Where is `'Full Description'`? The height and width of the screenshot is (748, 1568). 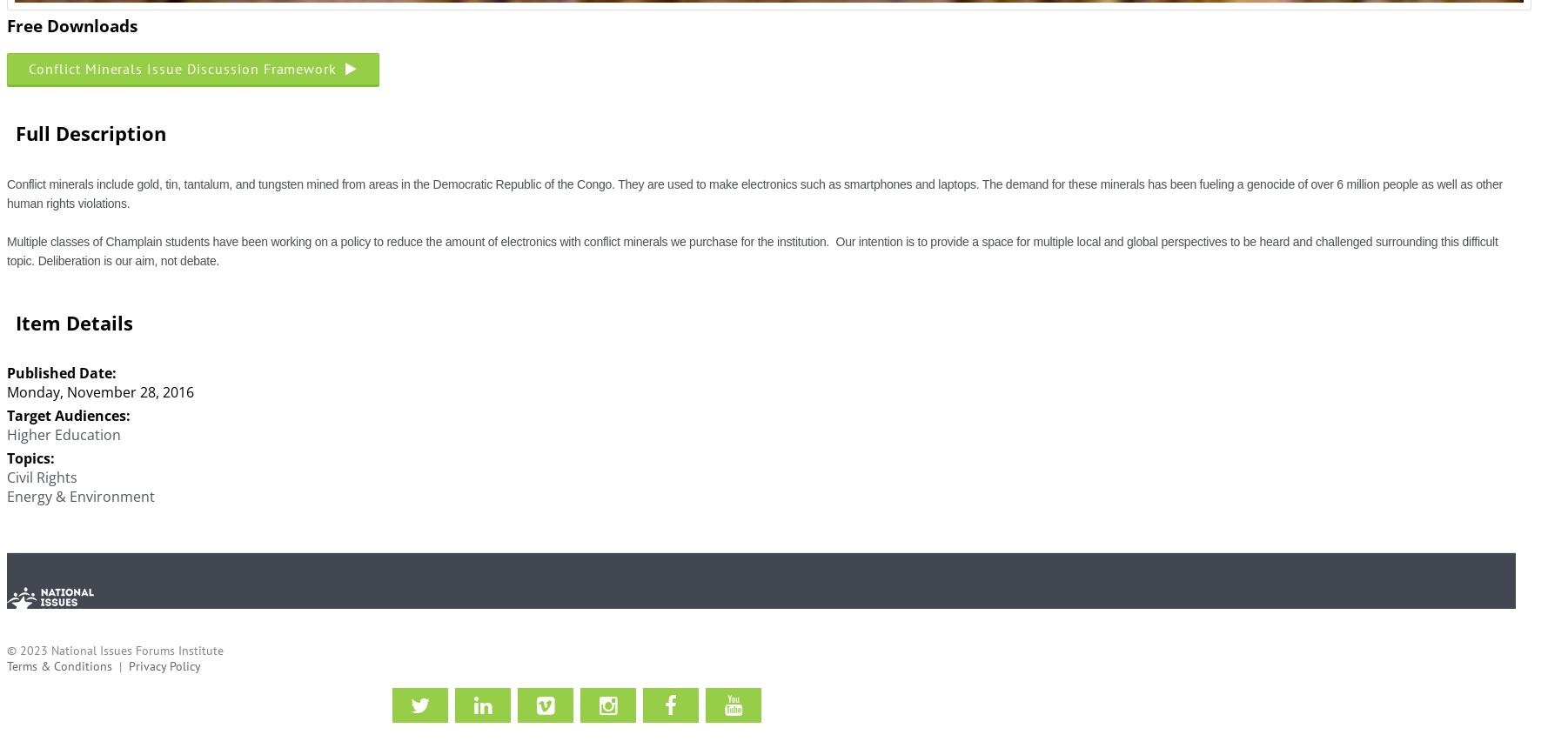
'Full Description' is located at coordinates (90, 133).